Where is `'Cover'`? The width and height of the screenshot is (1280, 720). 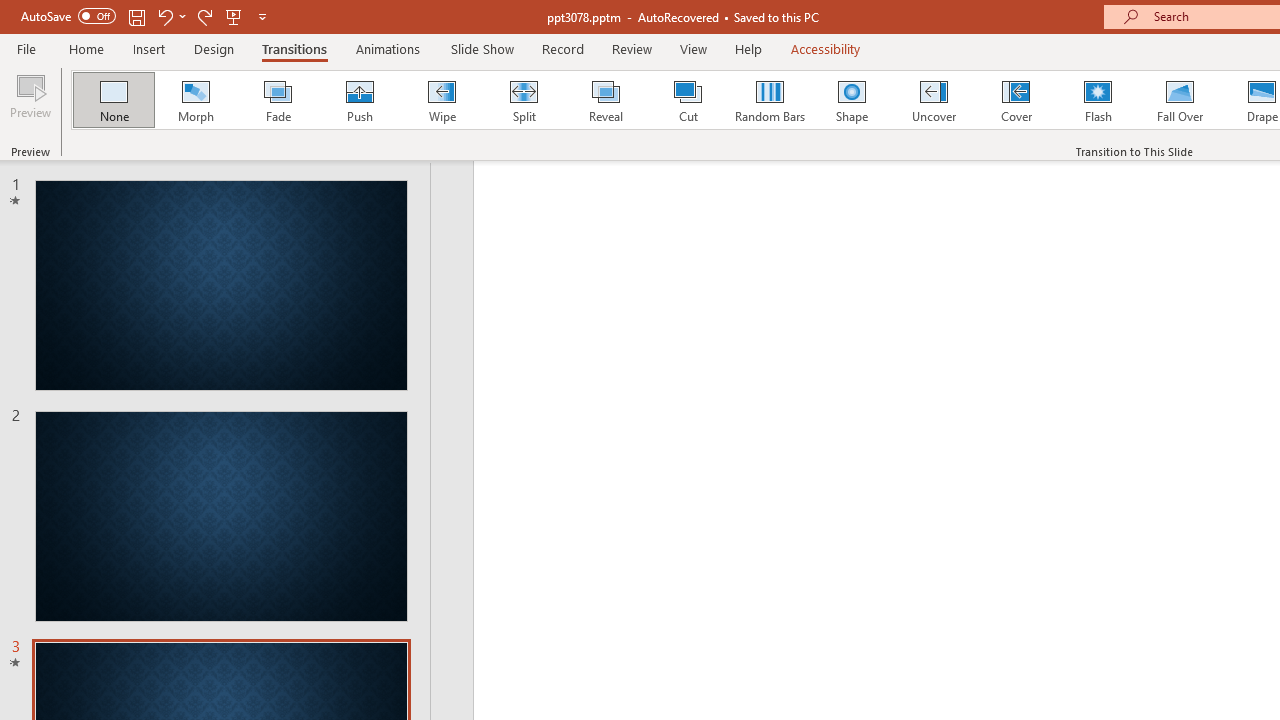 'Cover' is located at coordinates (1016, 100).